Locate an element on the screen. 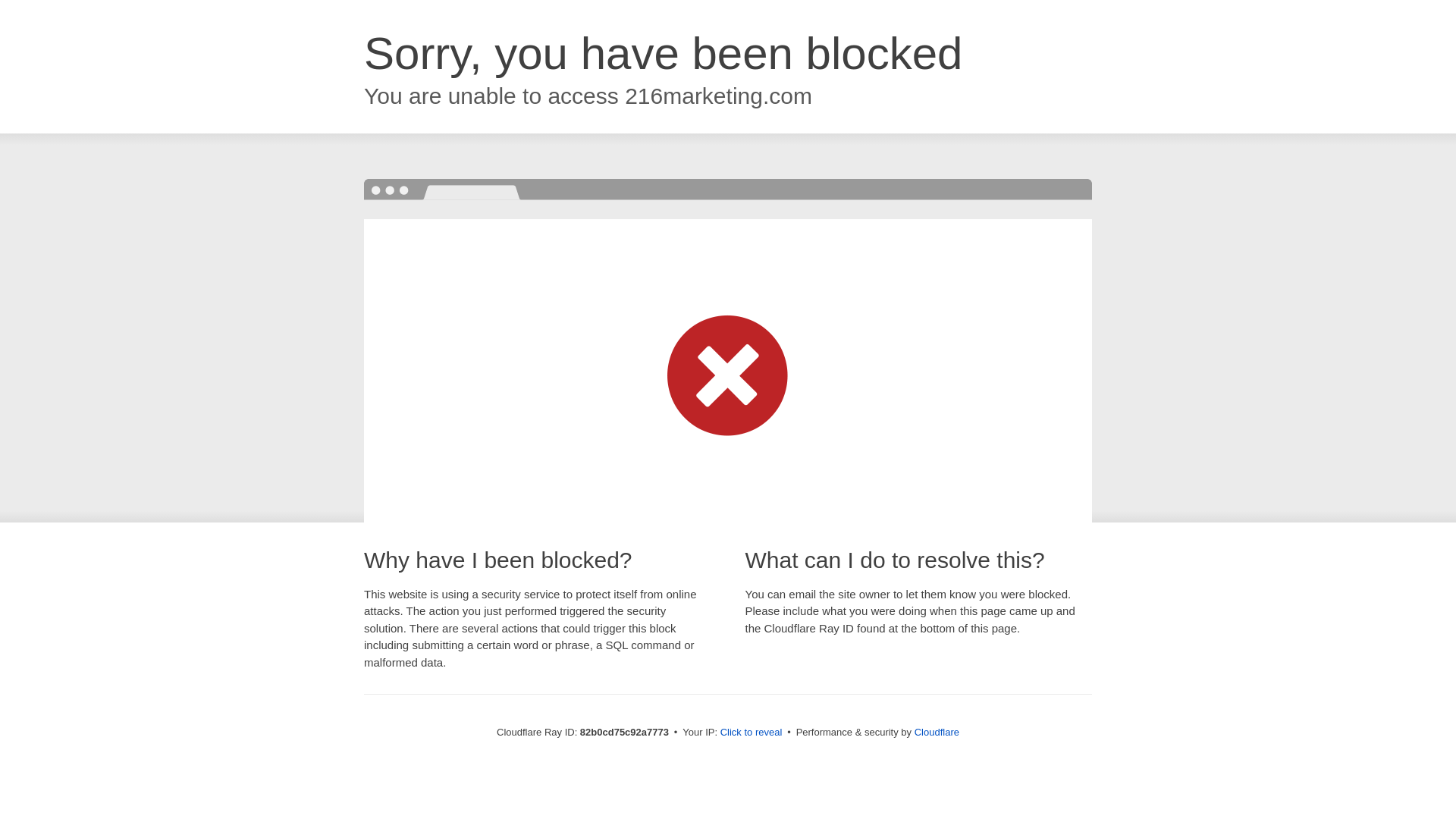  'Click to reveal' is located at coordinates (751, 731).